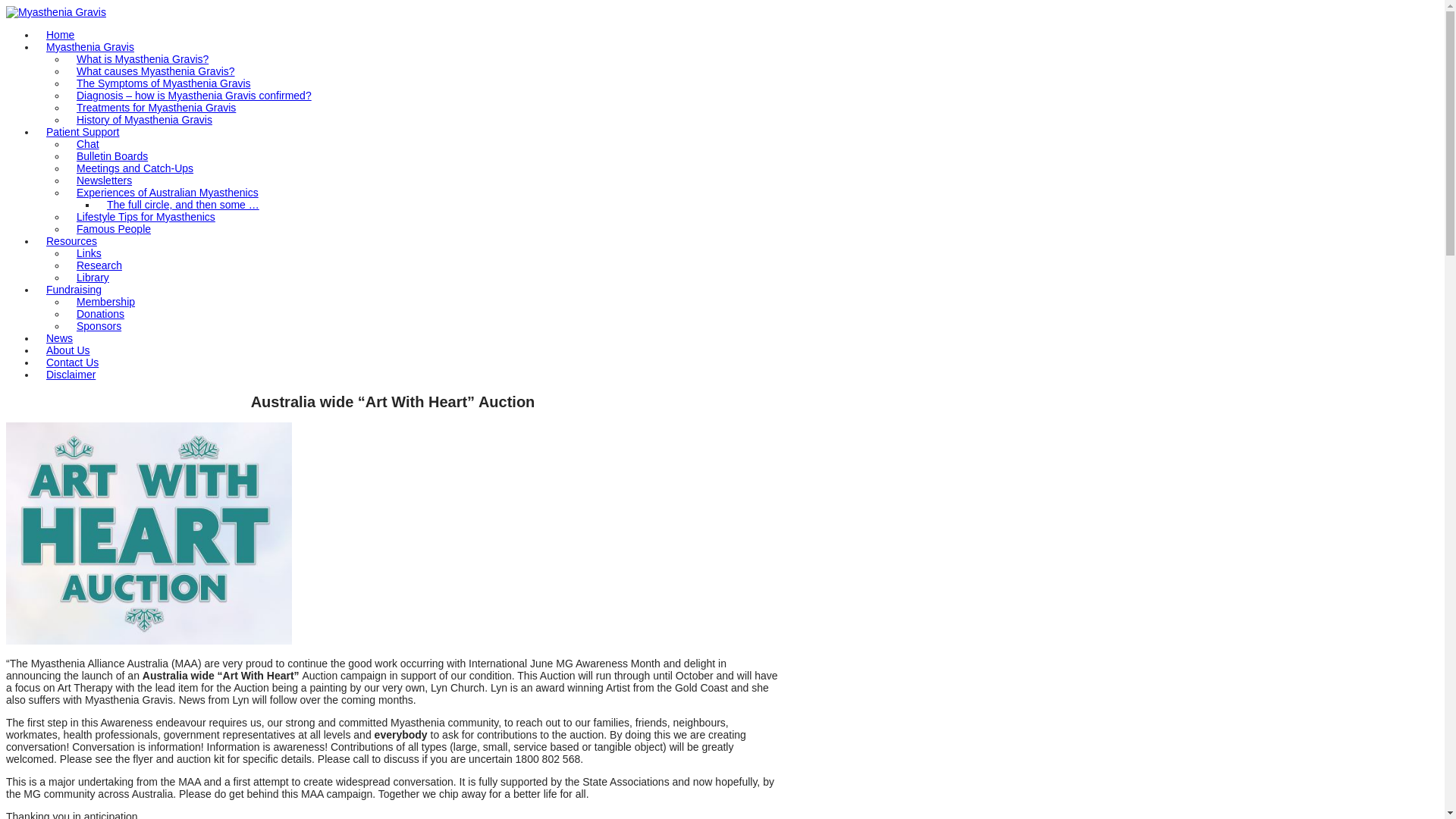 This screenshot has height=819, width=1456. I want to click on 'Disclaimer', so click(70, 374).